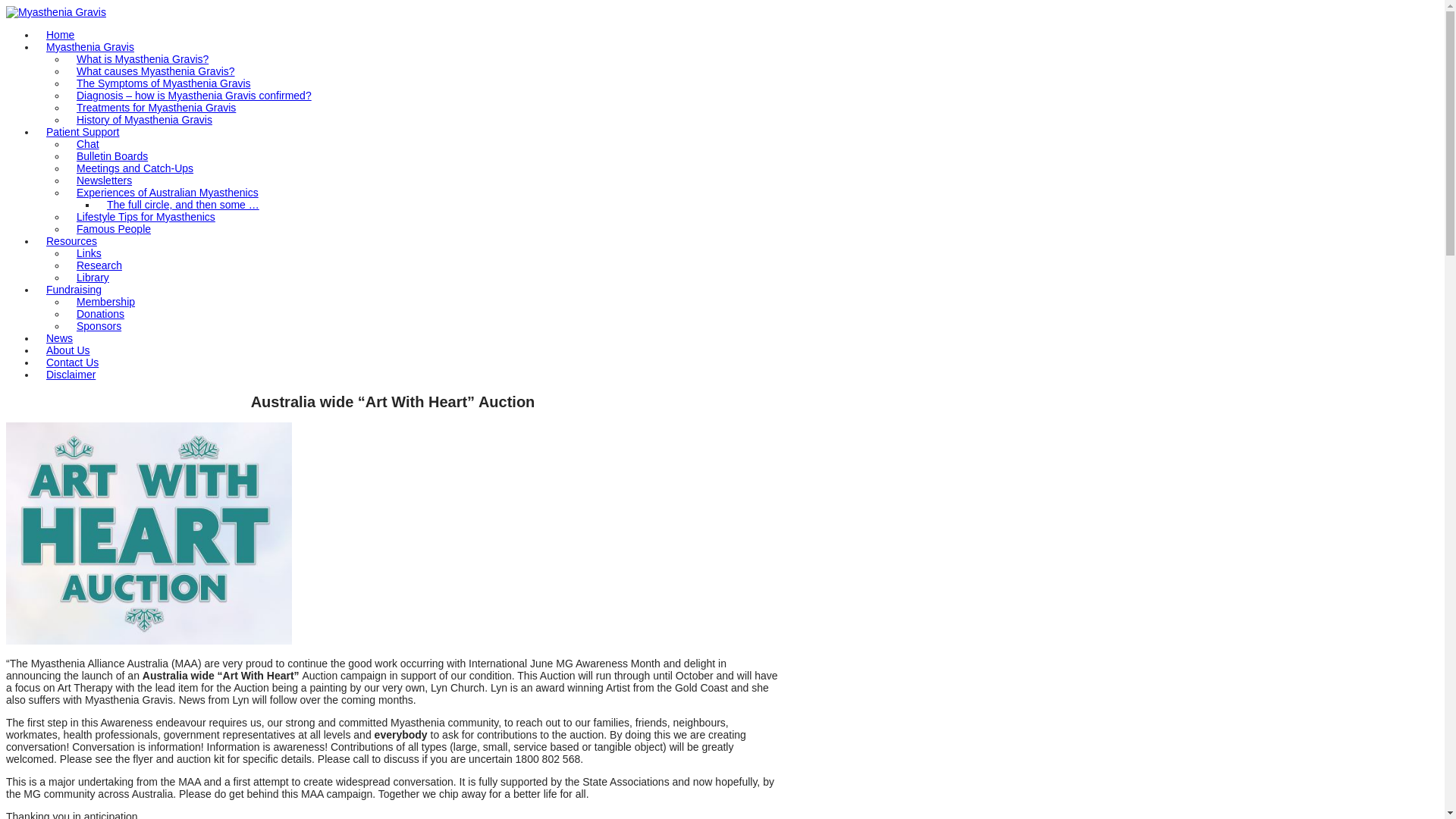 This screenshot has height=819, width=1456. I want to click on 'Disclaimer', so click(70, 374).